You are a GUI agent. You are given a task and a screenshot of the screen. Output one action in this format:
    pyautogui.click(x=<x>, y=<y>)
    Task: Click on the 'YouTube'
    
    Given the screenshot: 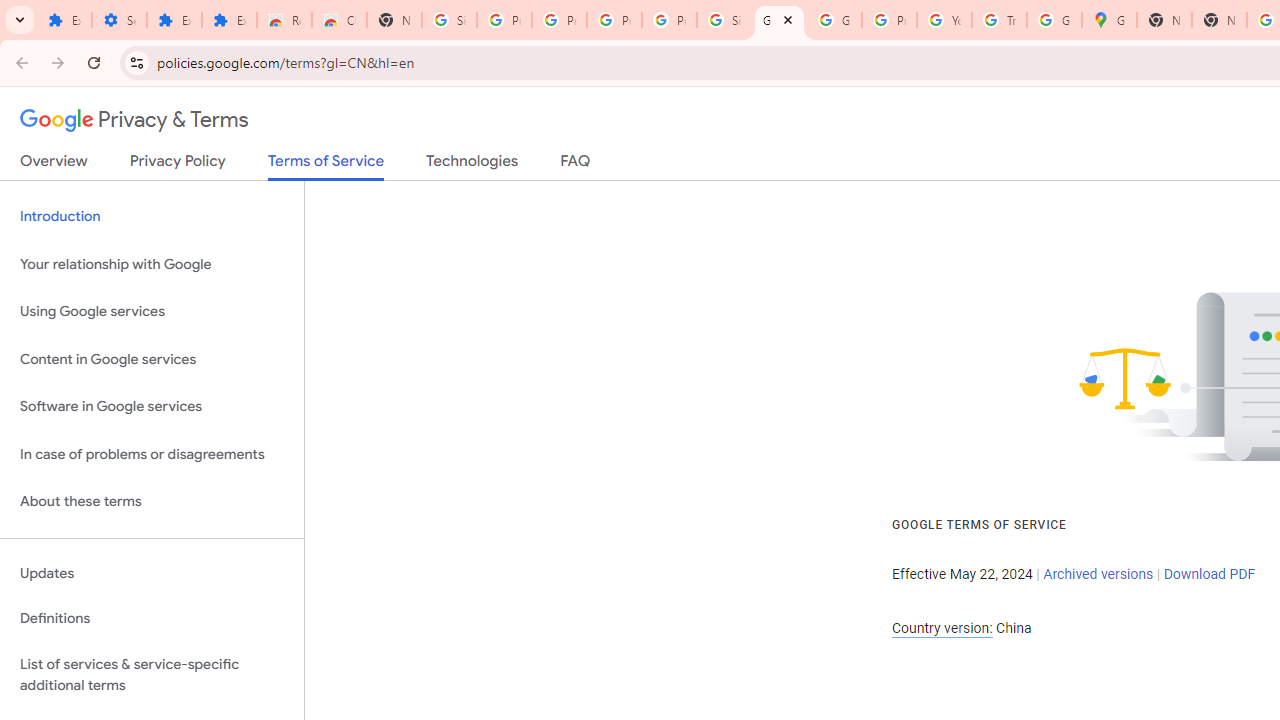 What is the action you would take?
    pyautogui.click(x=943, y=20)
    